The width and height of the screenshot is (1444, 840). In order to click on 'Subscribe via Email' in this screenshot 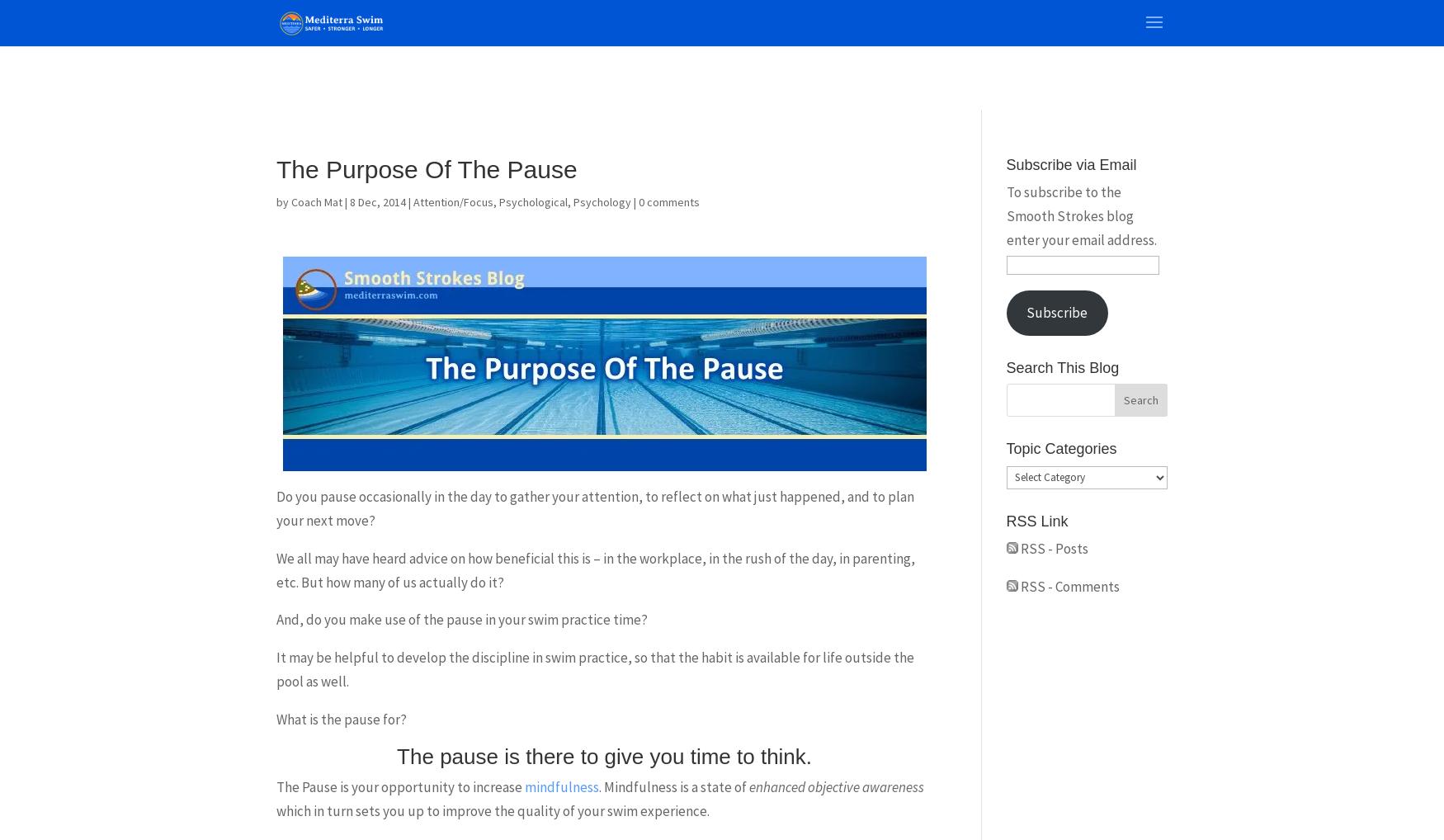, I will do `click(1069, 165)`.